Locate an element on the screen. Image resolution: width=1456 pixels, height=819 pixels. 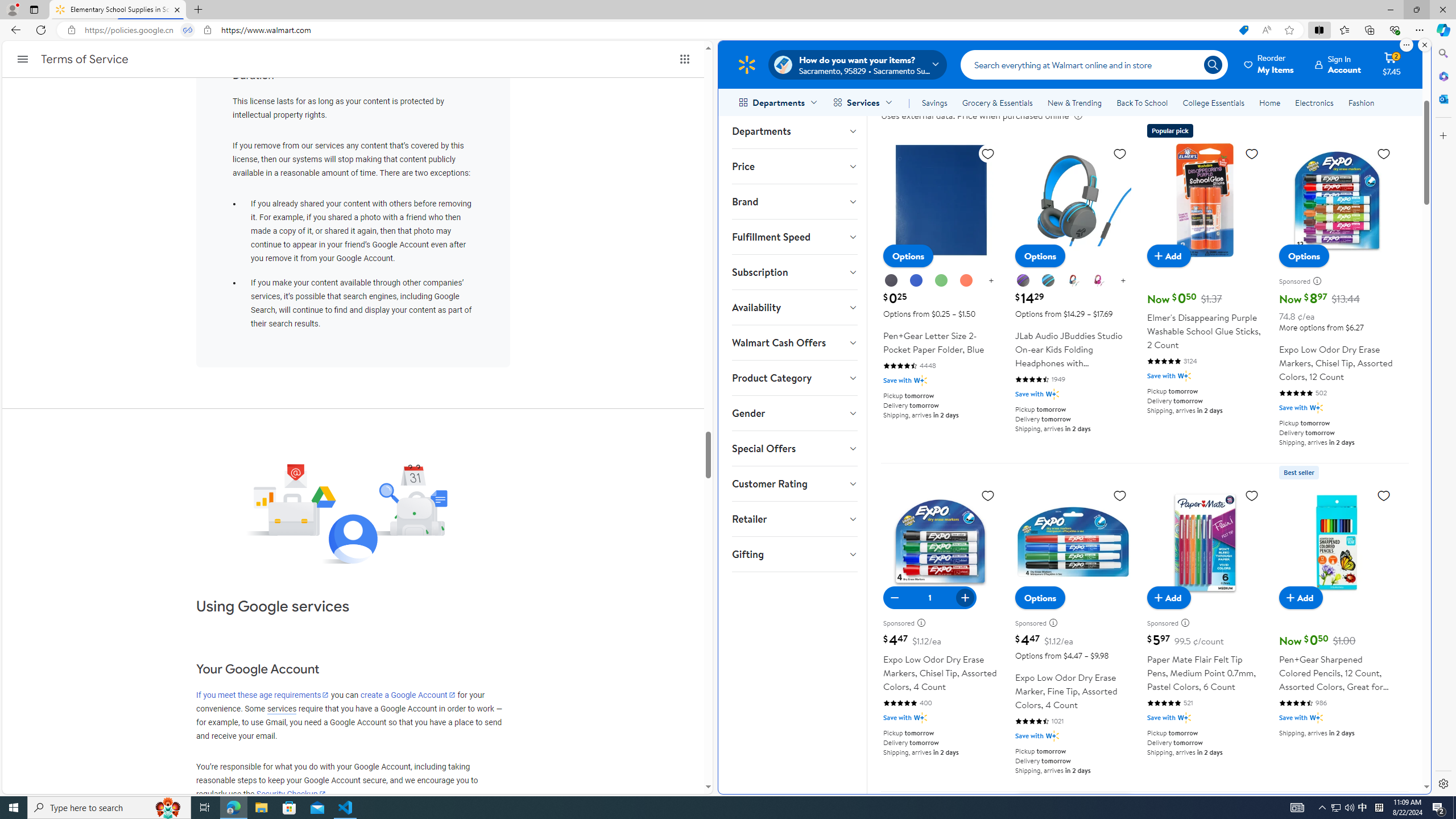
'Collections' is located at coordinates (1368, 29).